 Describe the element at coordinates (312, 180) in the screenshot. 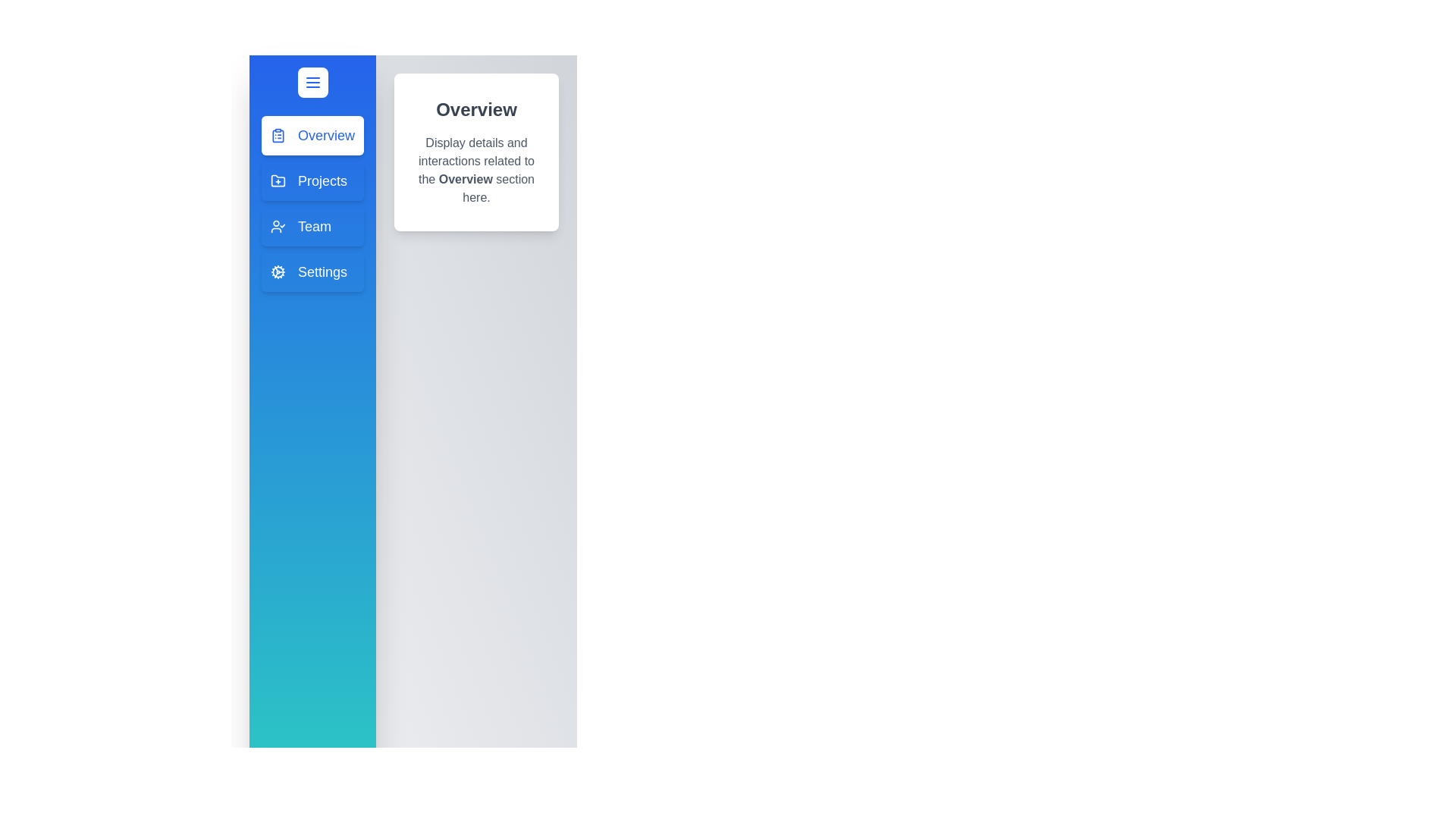

I see `the Projects section in the drawer` at that location.